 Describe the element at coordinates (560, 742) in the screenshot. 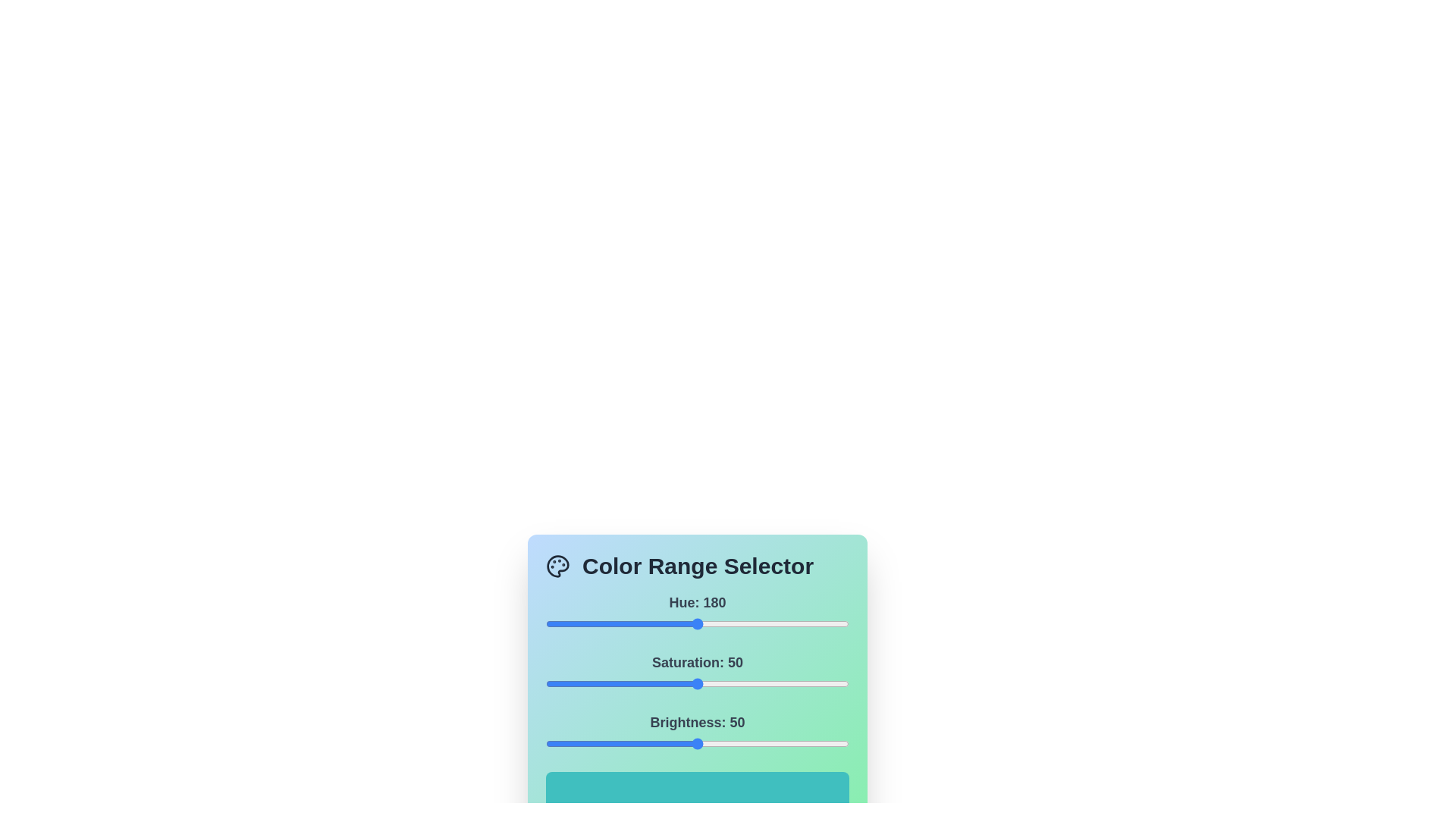

I see `the brightness slider to set the brightness value to 5` at that location.